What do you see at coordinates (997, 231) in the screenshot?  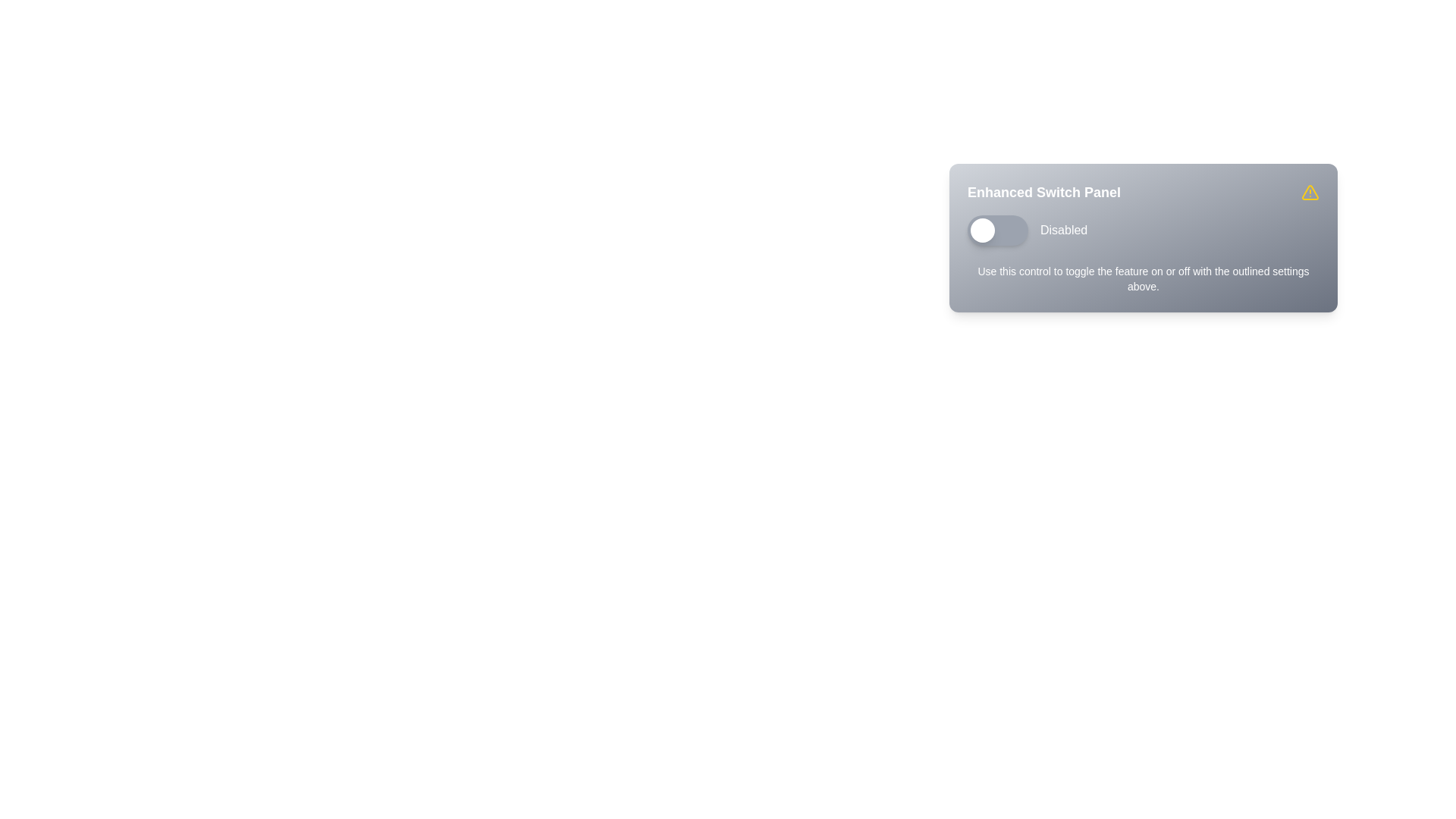 I see `the toggle switch located on the left side of the 'Enhanced Switch Panel'` at bounding box center [997, 231].